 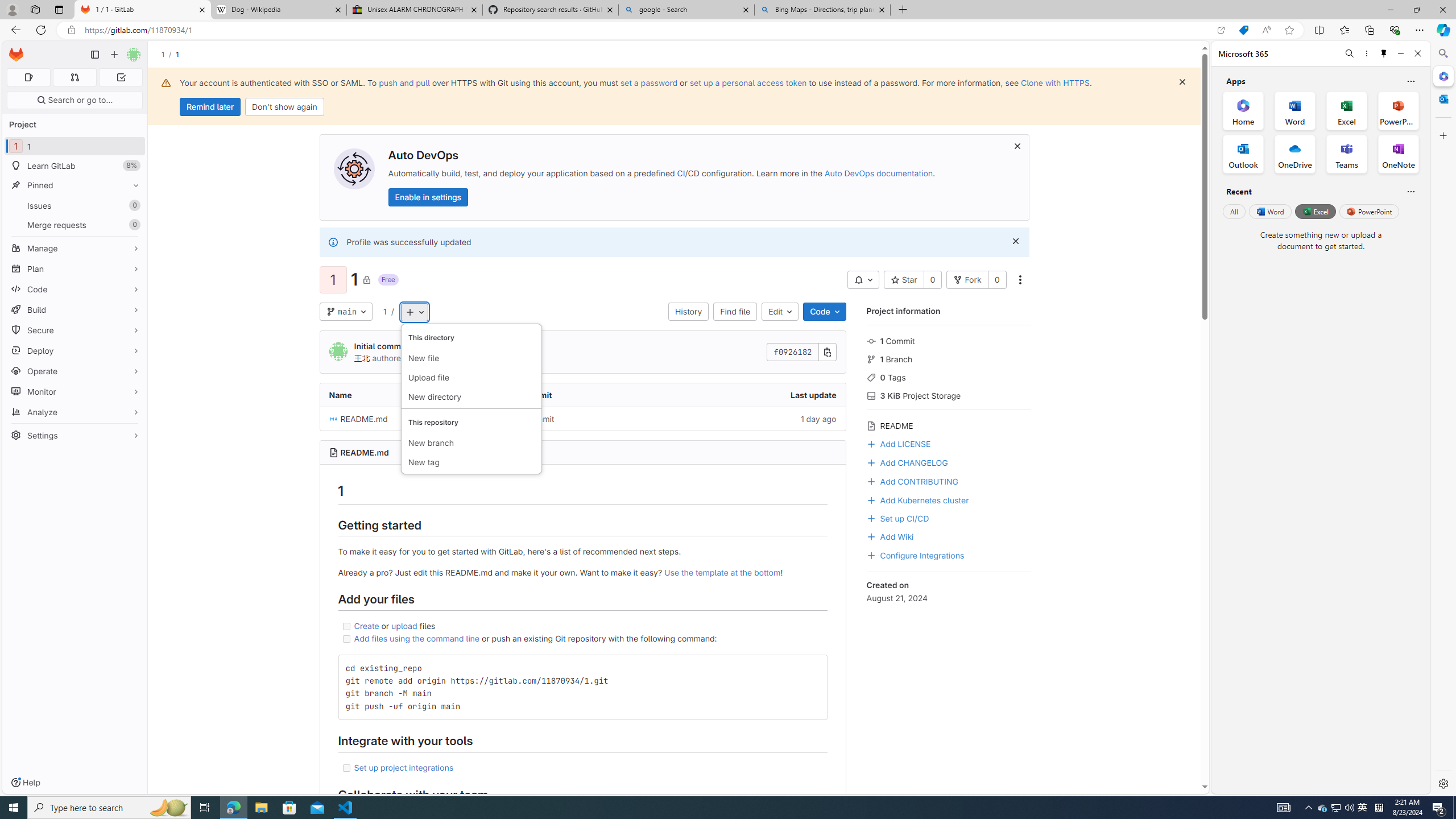 I want to click on 'Word', so click(x=1269, y=211).